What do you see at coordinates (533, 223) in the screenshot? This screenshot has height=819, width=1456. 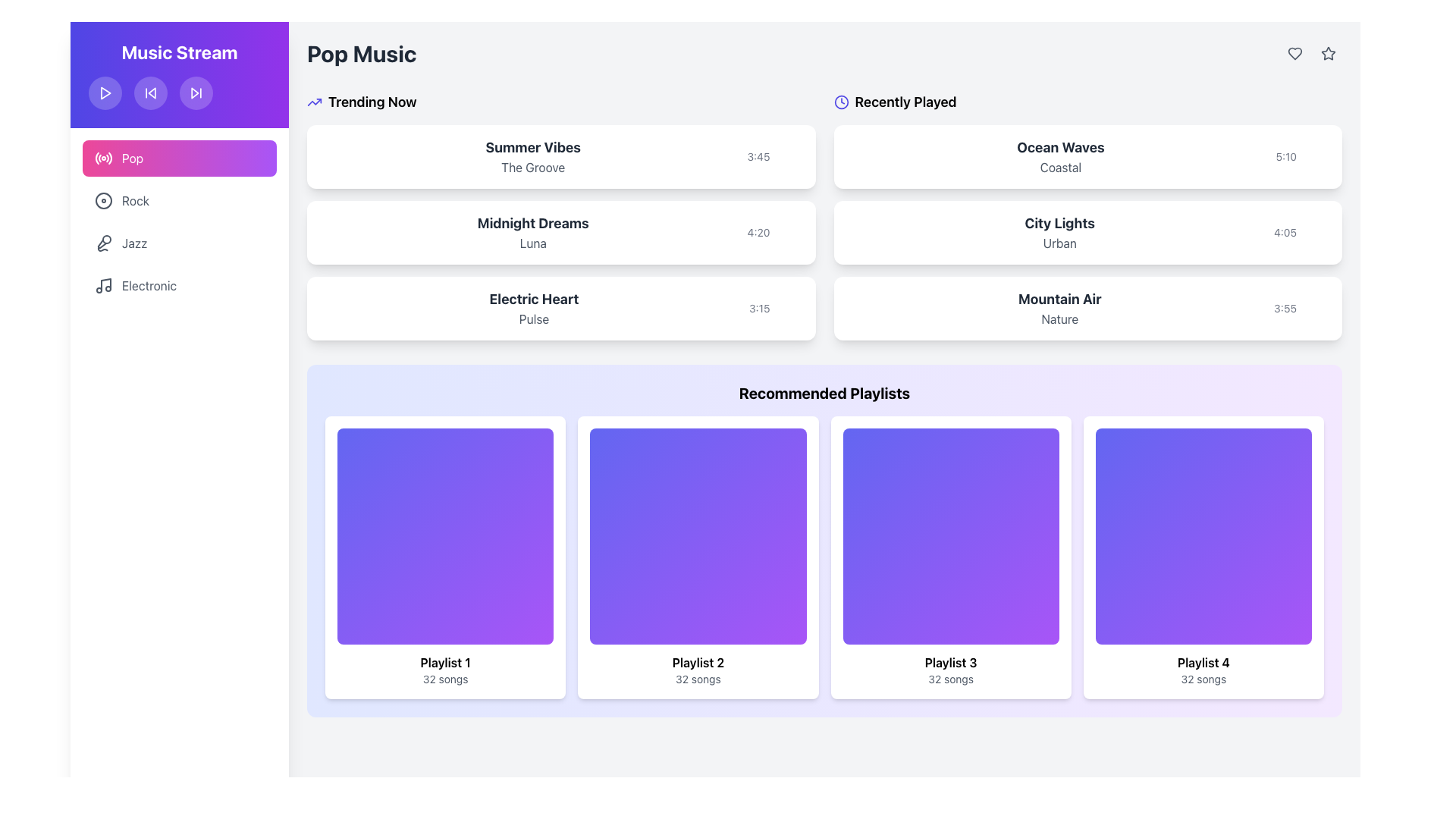 I see `the text label displaying 'Midnight Dreams', which is styled in bold, large dark gray font and aligned with the 'Trending Now' section` at bounding box center [533, 223].